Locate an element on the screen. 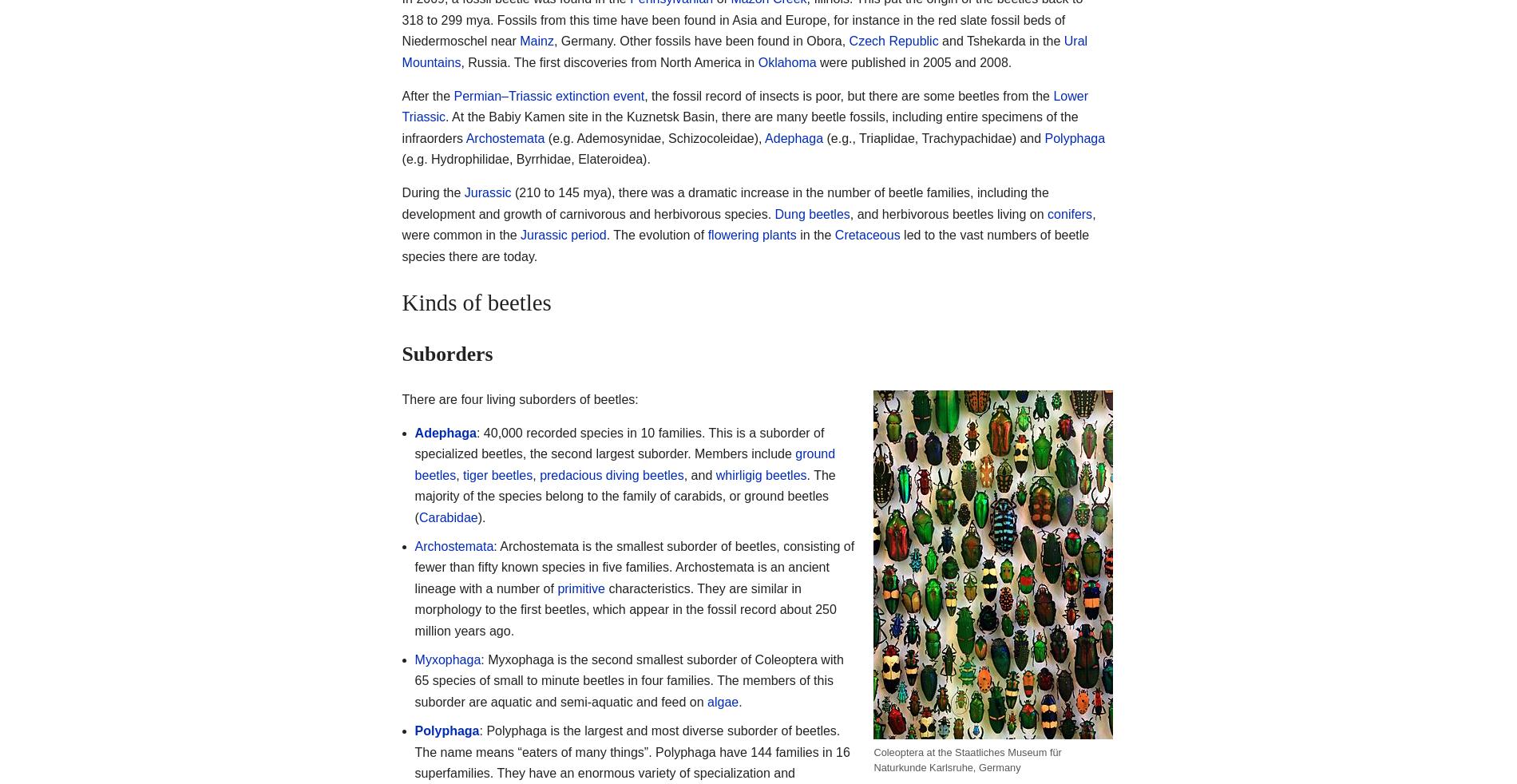 The height and width of the screenshot is (784, 1517). 'tiger beetles' is located at coordinates (497, 473).